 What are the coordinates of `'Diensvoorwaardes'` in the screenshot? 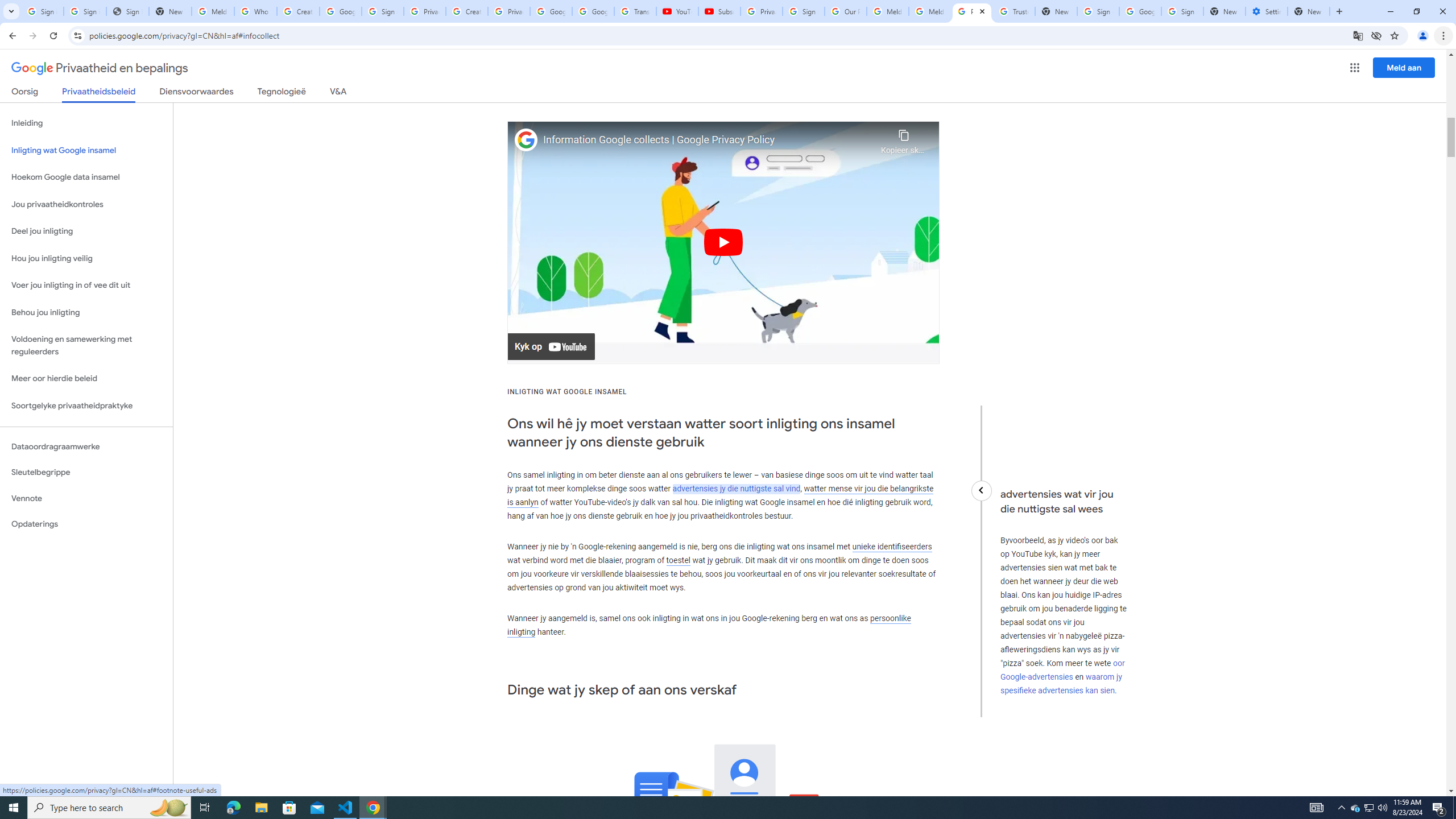 It's located at (196, 93).